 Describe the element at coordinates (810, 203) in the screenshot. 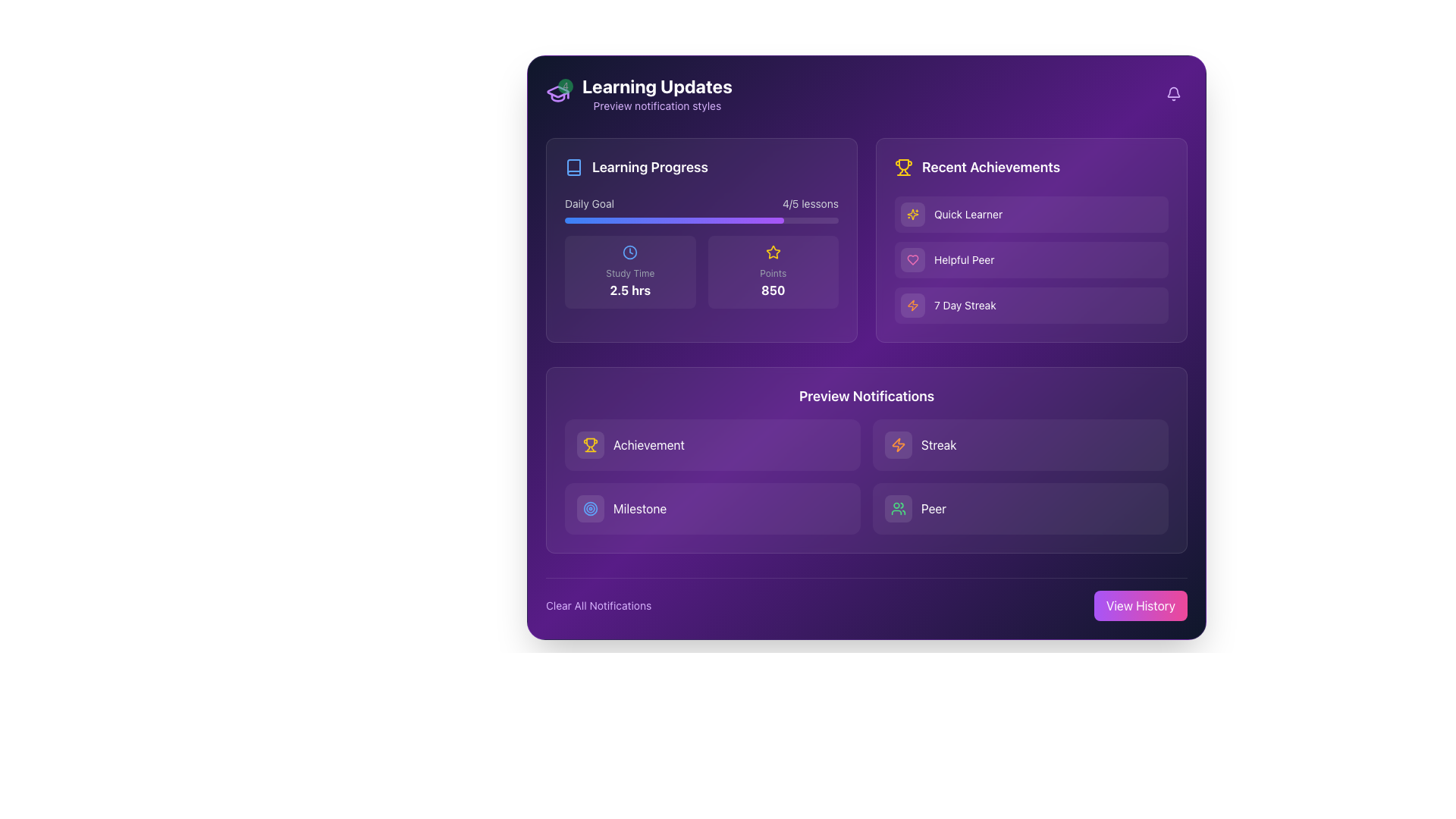

I see `the text label that shows the user's progress toward their daily goal, located in the top-right corner of the 'Daily Goal' section in the 'Learning Progress' panel` at that location.